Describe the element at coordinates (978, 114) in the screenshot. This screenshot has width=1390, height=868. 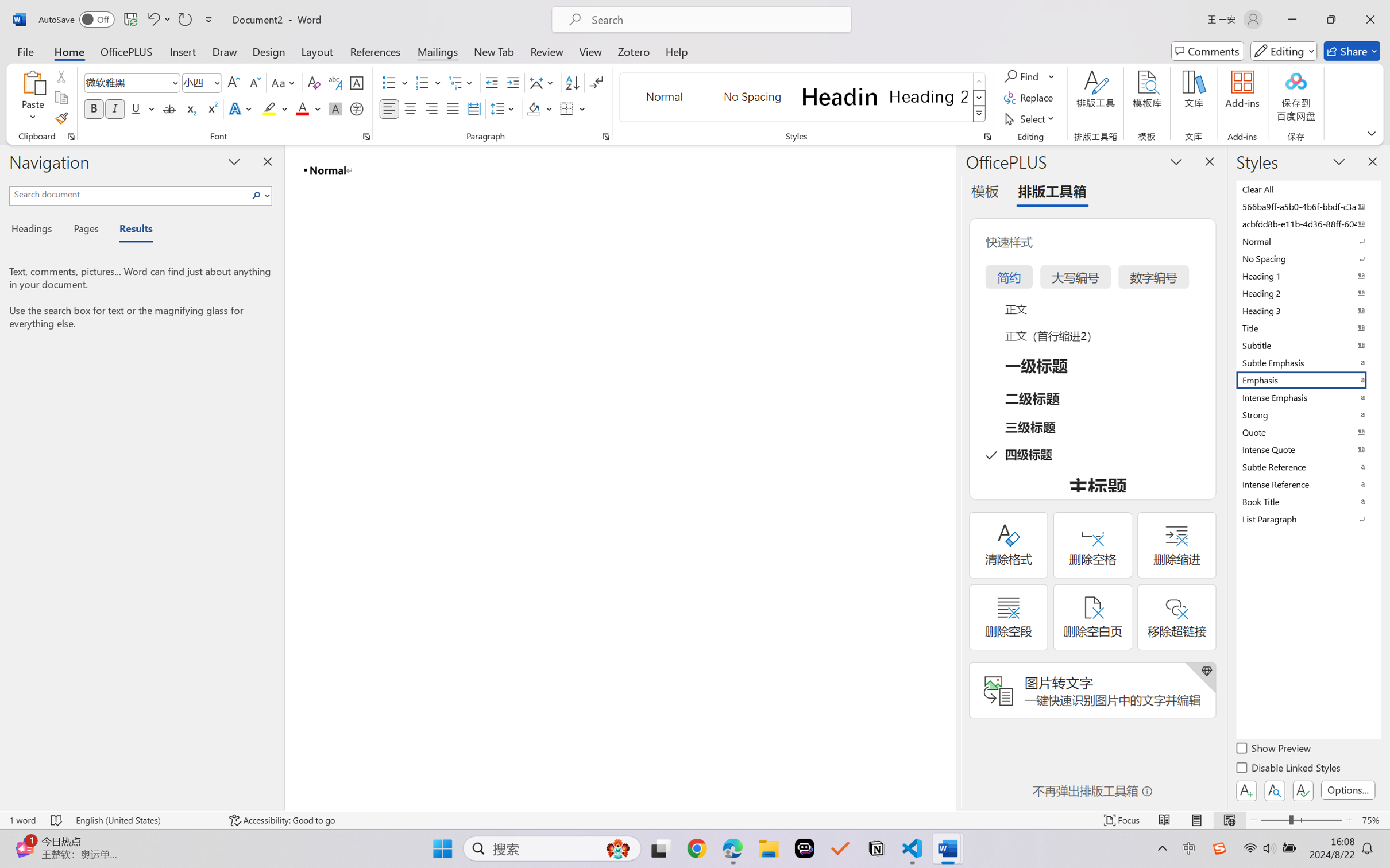
I see `'Styles'` at that location.